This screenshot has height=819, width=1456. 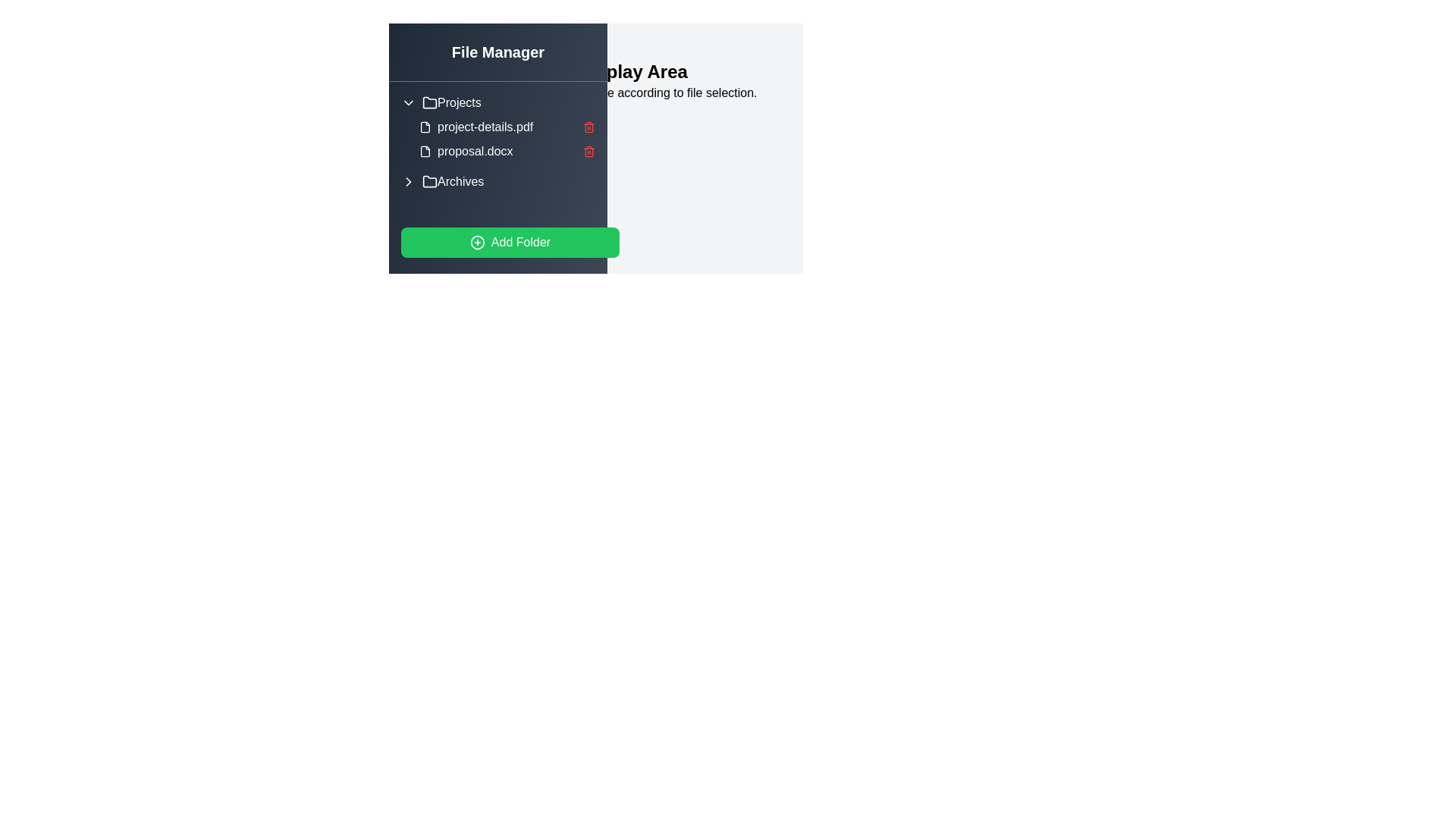 What do you see at coordinates (428, 102) in the screenshot?
I see `the folder icon in the 'Projects' section of the 'File Manager' sidebar, which is styled in dark blue with a light-colored outline` at bounding box center [428, 102].